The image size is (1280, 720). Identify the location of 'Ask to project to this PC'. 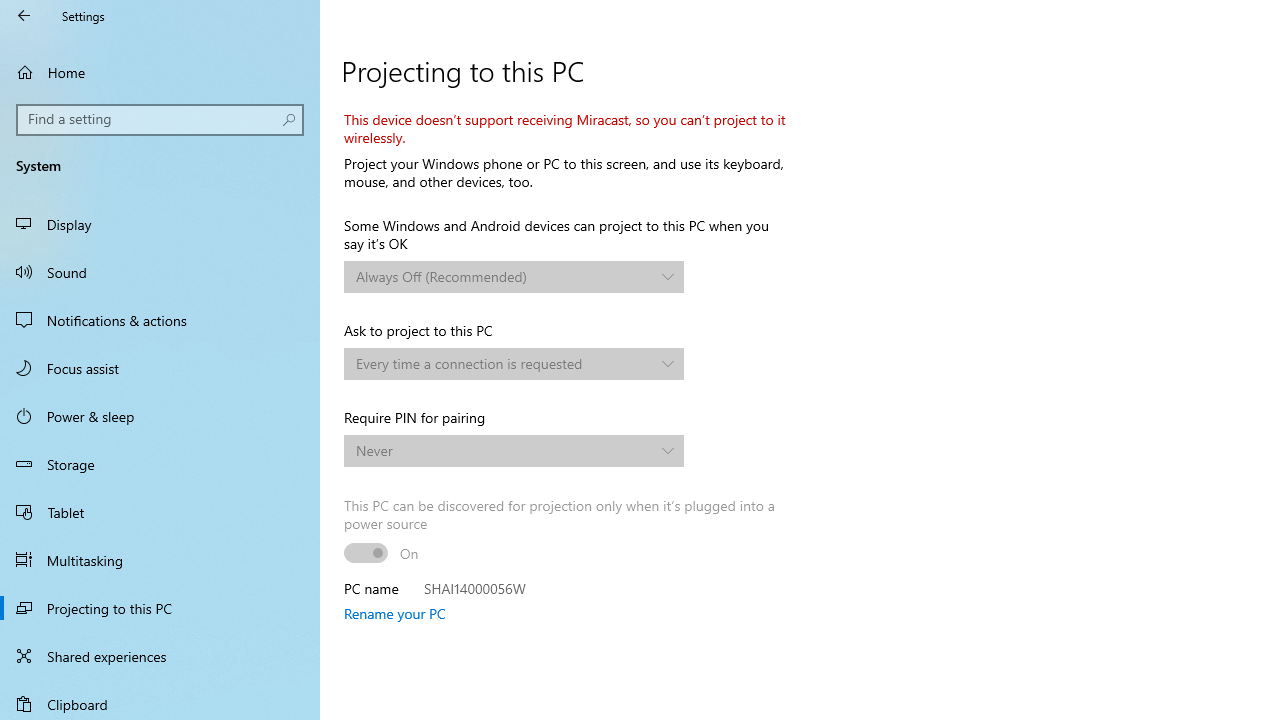
(513, 363).